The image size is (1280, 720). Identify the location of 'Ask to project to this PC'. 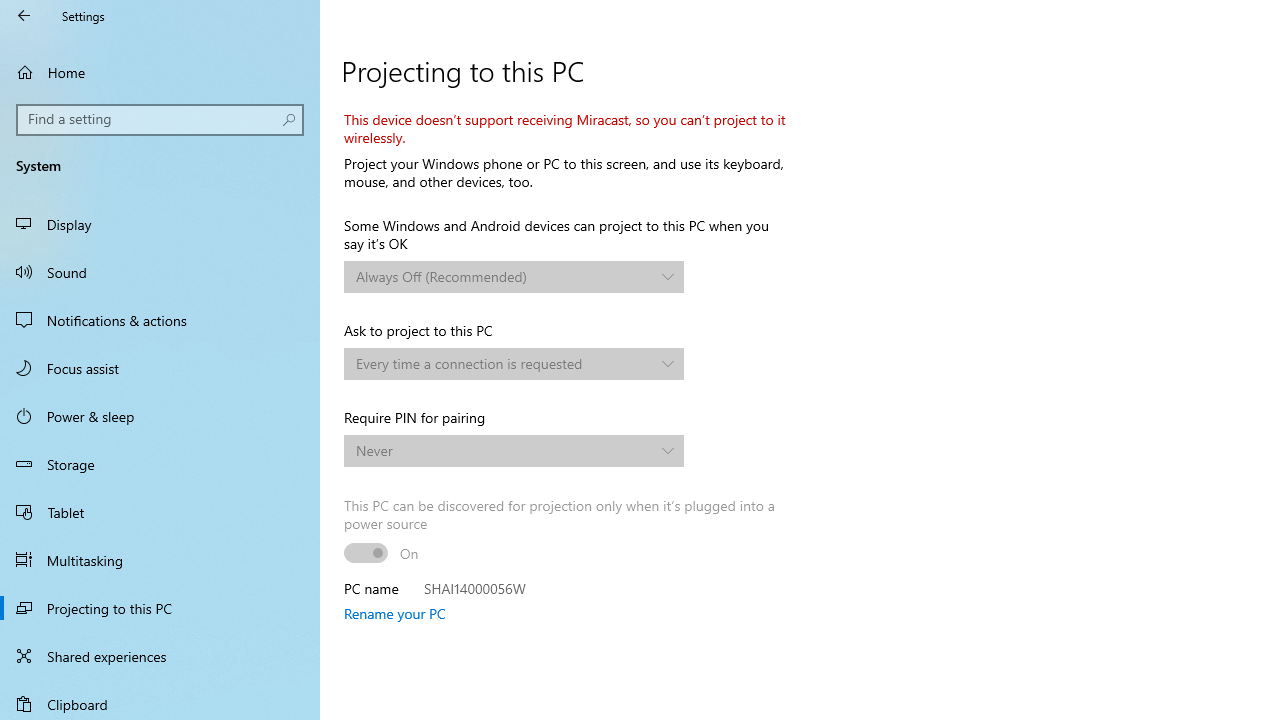
(513, 363).